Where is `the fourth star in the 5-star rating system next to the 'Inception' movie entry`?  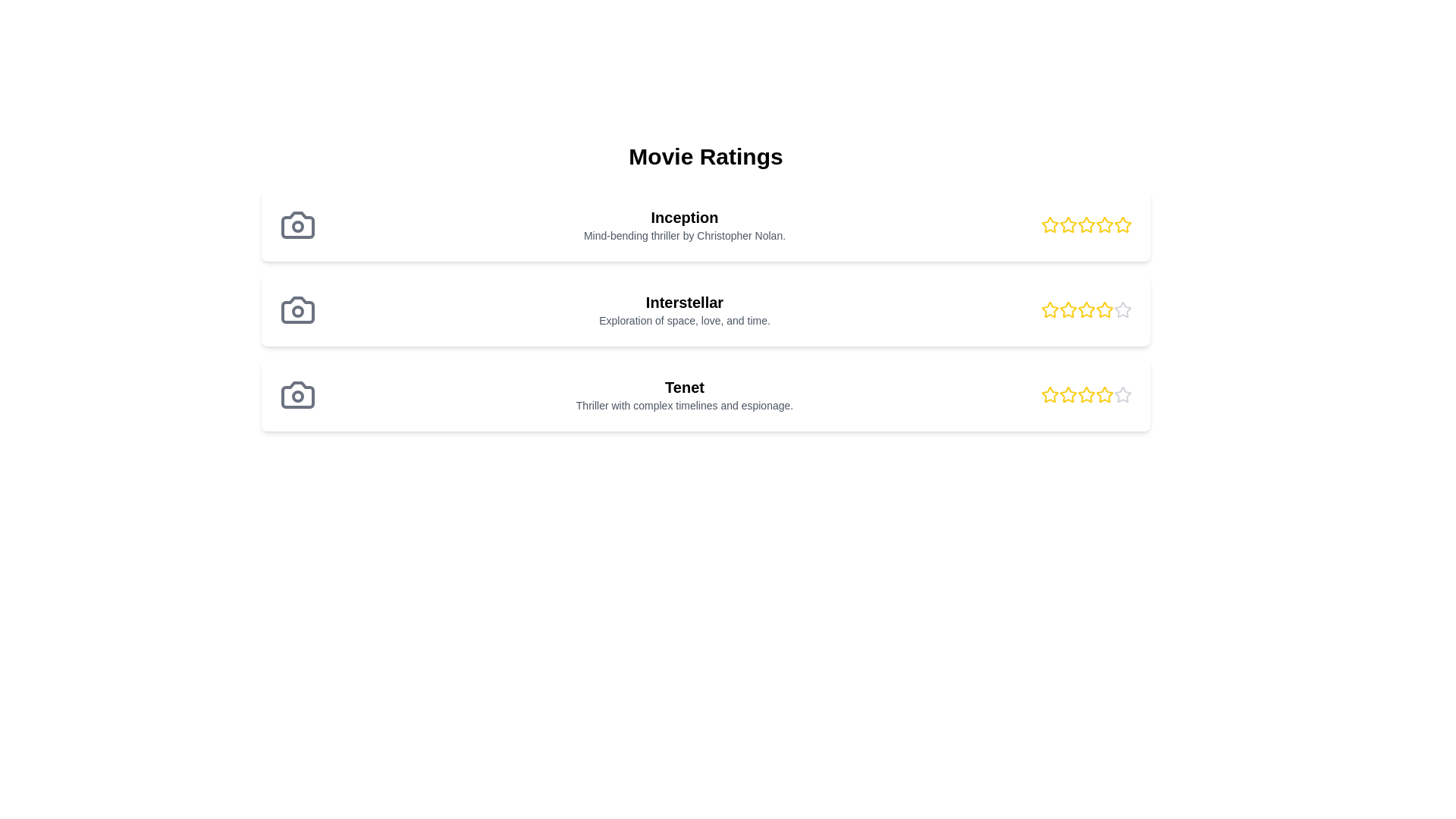 the fourth star in the 5-star rating system next to the 'Inception' movie entry is located at coordinates (1105, 224).